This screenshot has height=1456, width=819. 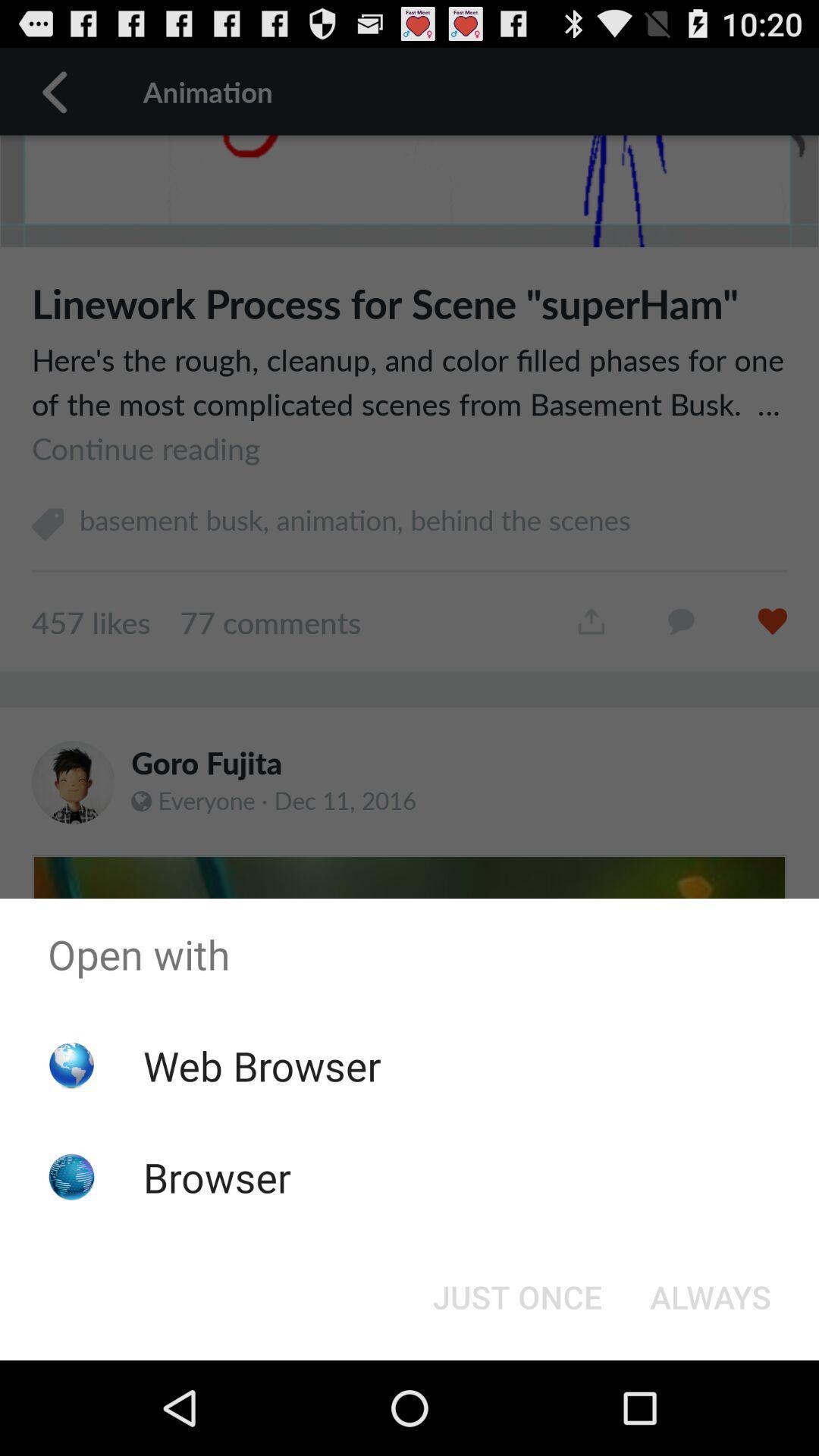 What do you see at coordinates (711, 1295) in the screenshot?
I see `the icon below the open with app` at bounding box center [711, 1295].